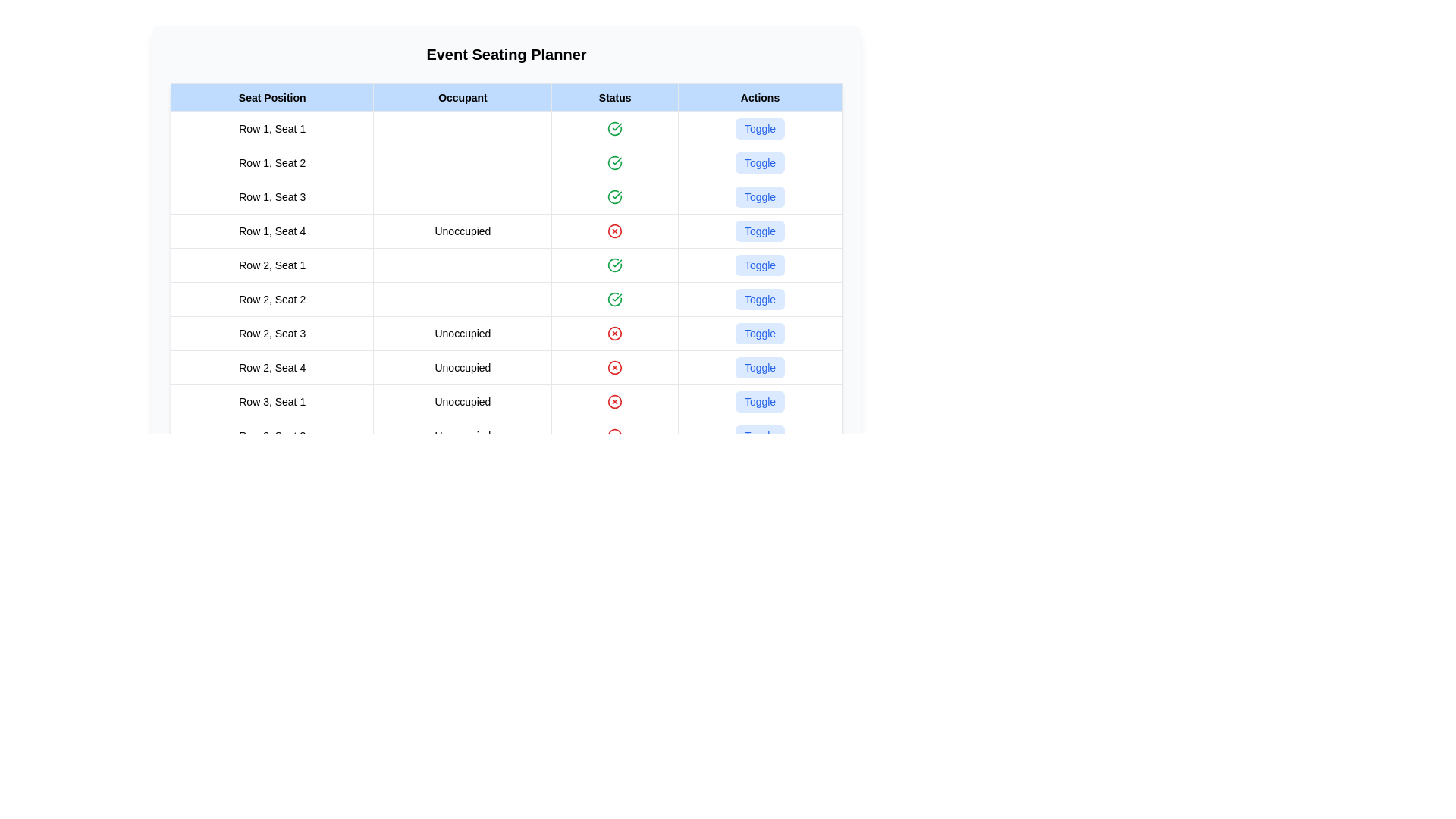  I want to click on status indicator in the second row of the table, which shows 'Row 1, Seat 2' and a green check, to check its current state, so click(506, 163).